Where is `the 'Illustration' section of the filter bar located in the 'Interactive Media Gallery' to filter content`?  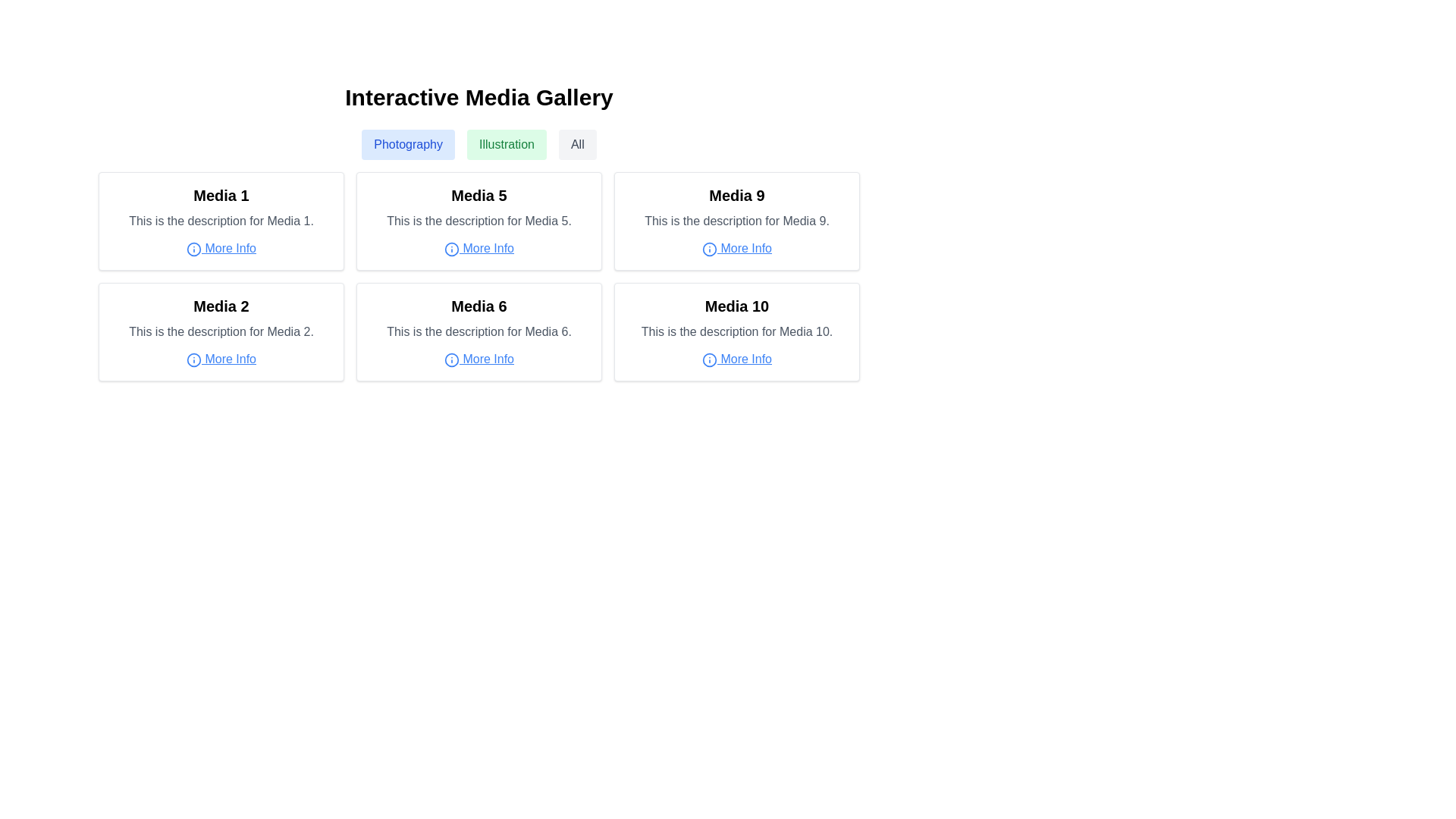
the 'Illustration' section of the filter bar located in the 'Interactive Media Gallery' to filter content is located at coordinates (479, 145).